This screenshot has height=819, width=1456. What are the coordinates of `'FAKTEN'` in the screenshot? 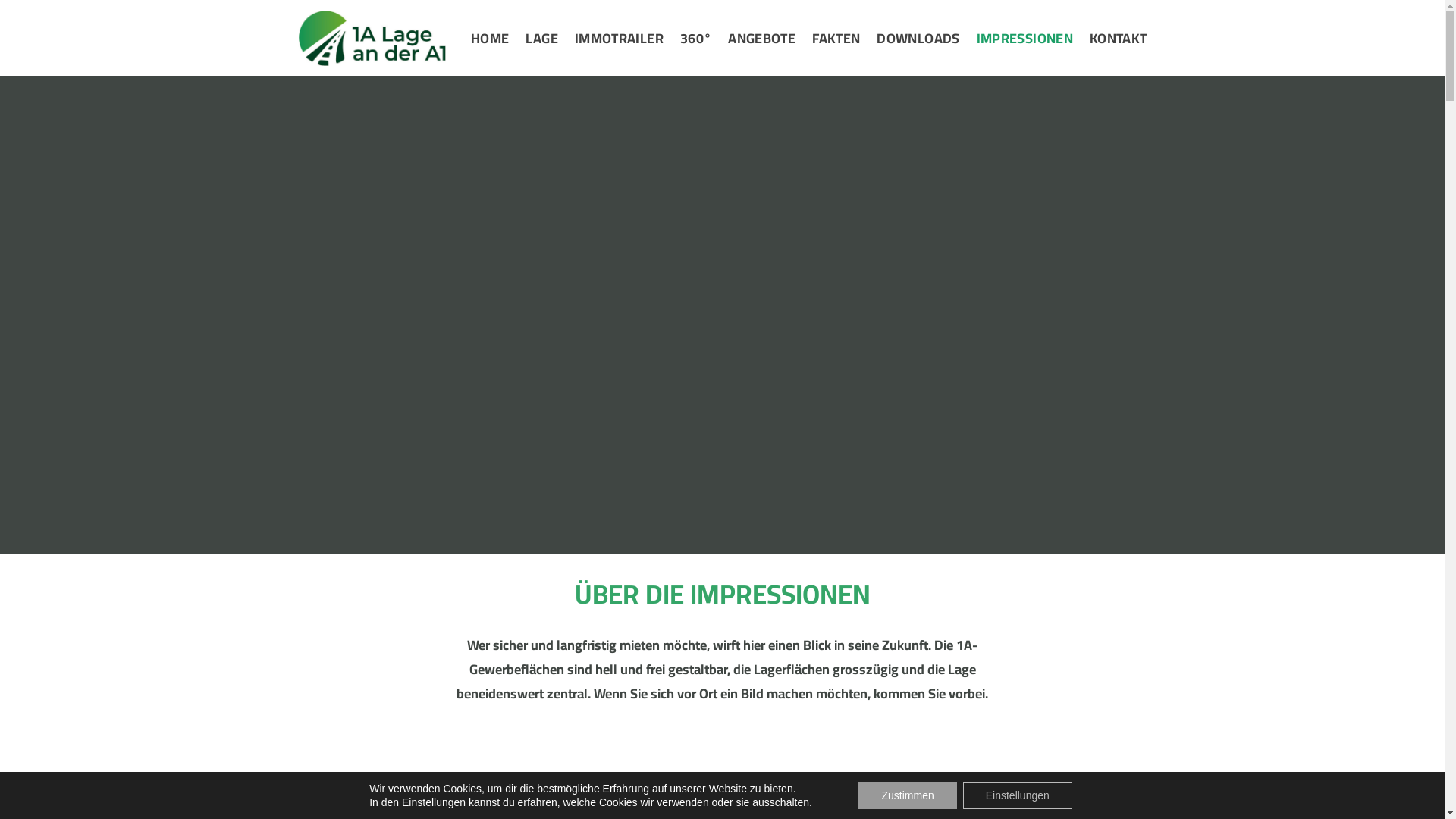 It's located at (835, 37).